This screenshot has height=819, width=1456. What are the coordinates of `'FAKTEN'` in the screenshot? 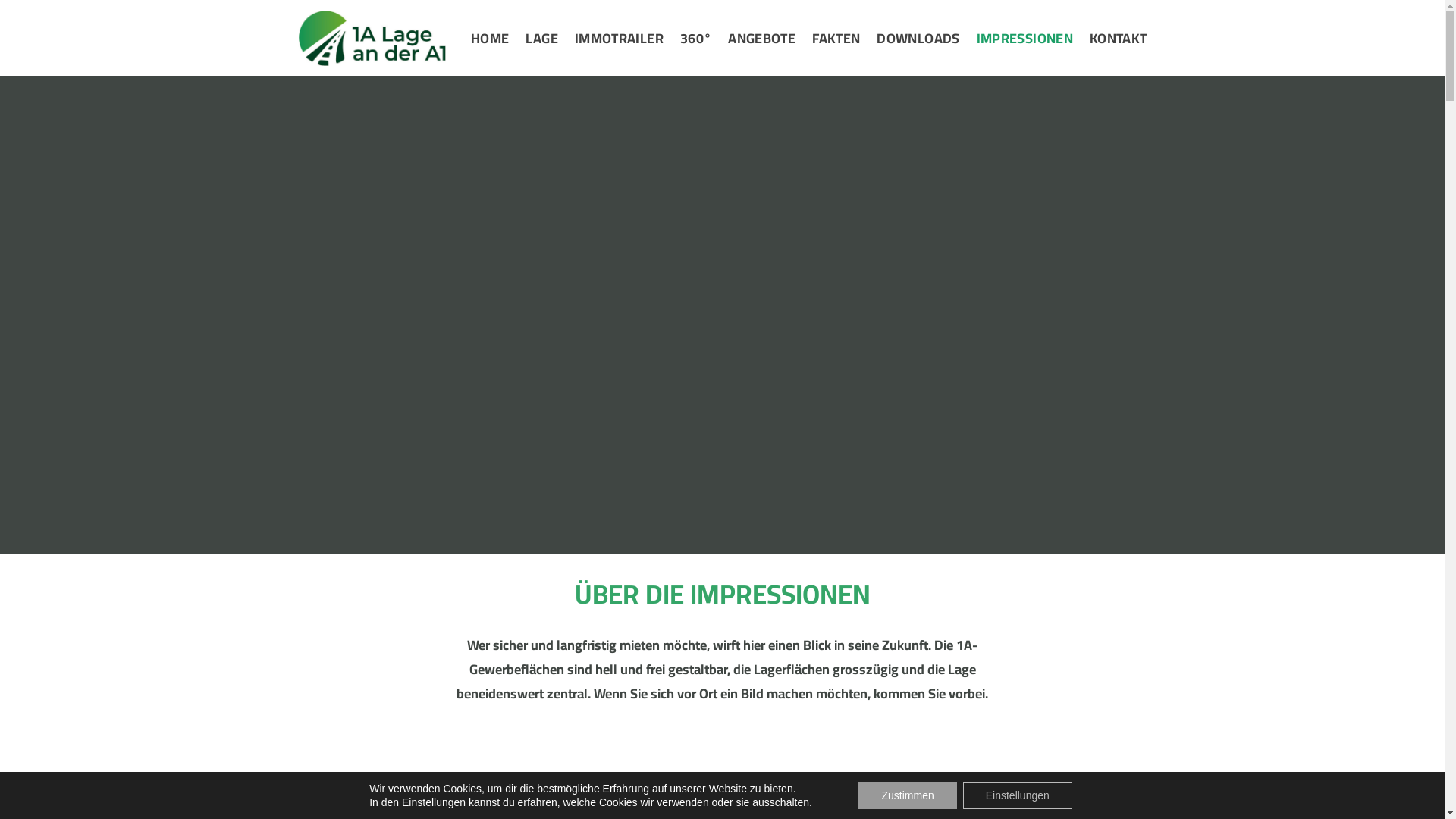 It's located at (835, 37).